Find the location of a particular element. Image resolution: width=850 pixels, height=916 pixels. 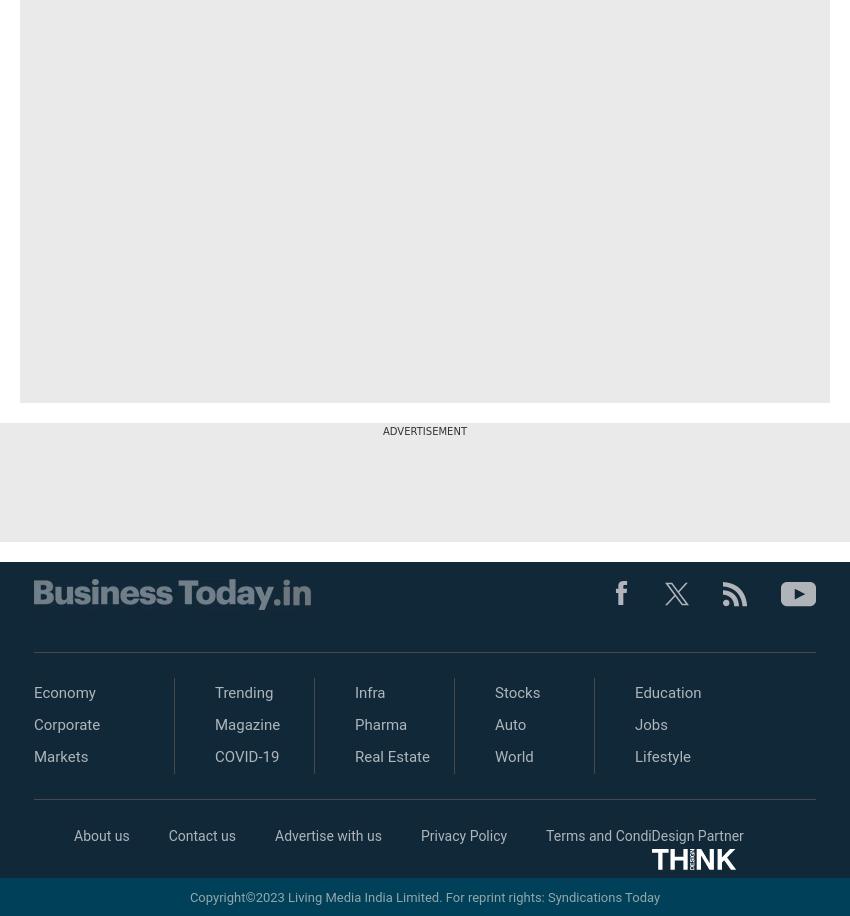

'Education' is located at coordinates (668, 693).